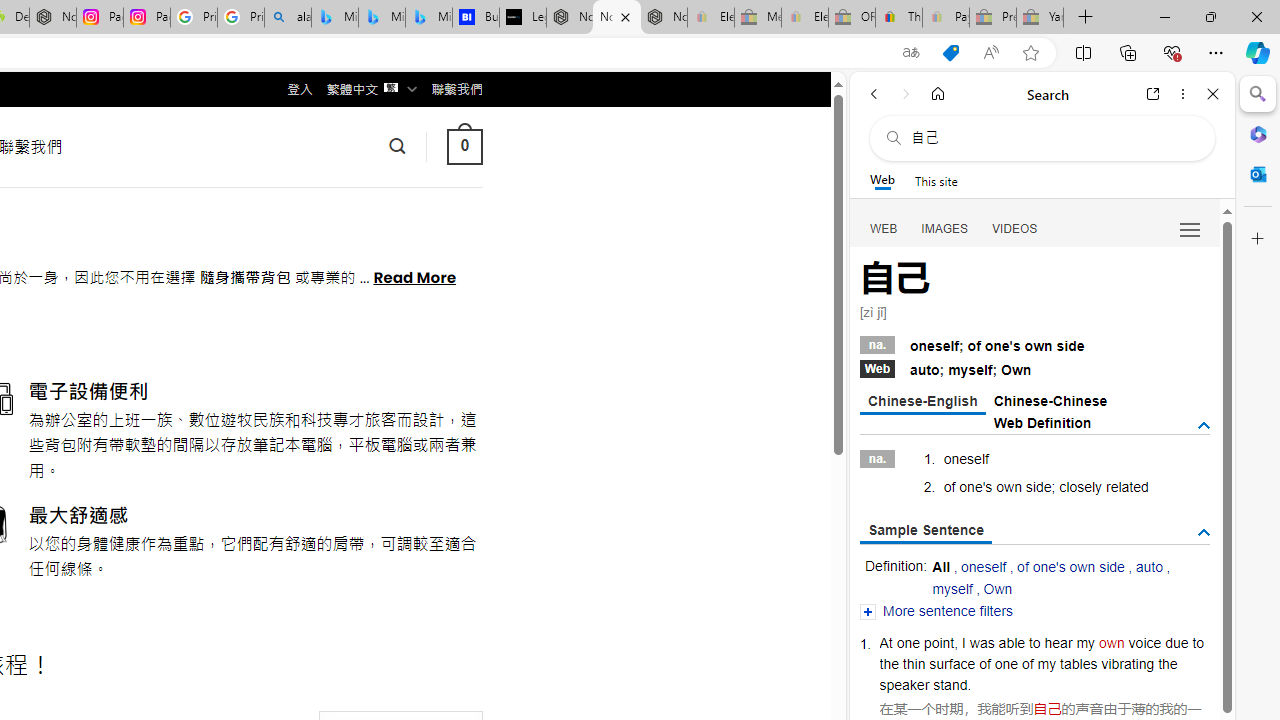  Describe the element at coordinates (335, 17) in the screenshot. I see `'Microsoft Bing Travel - Flights from Hong Kong to Bangkok'` at that location.